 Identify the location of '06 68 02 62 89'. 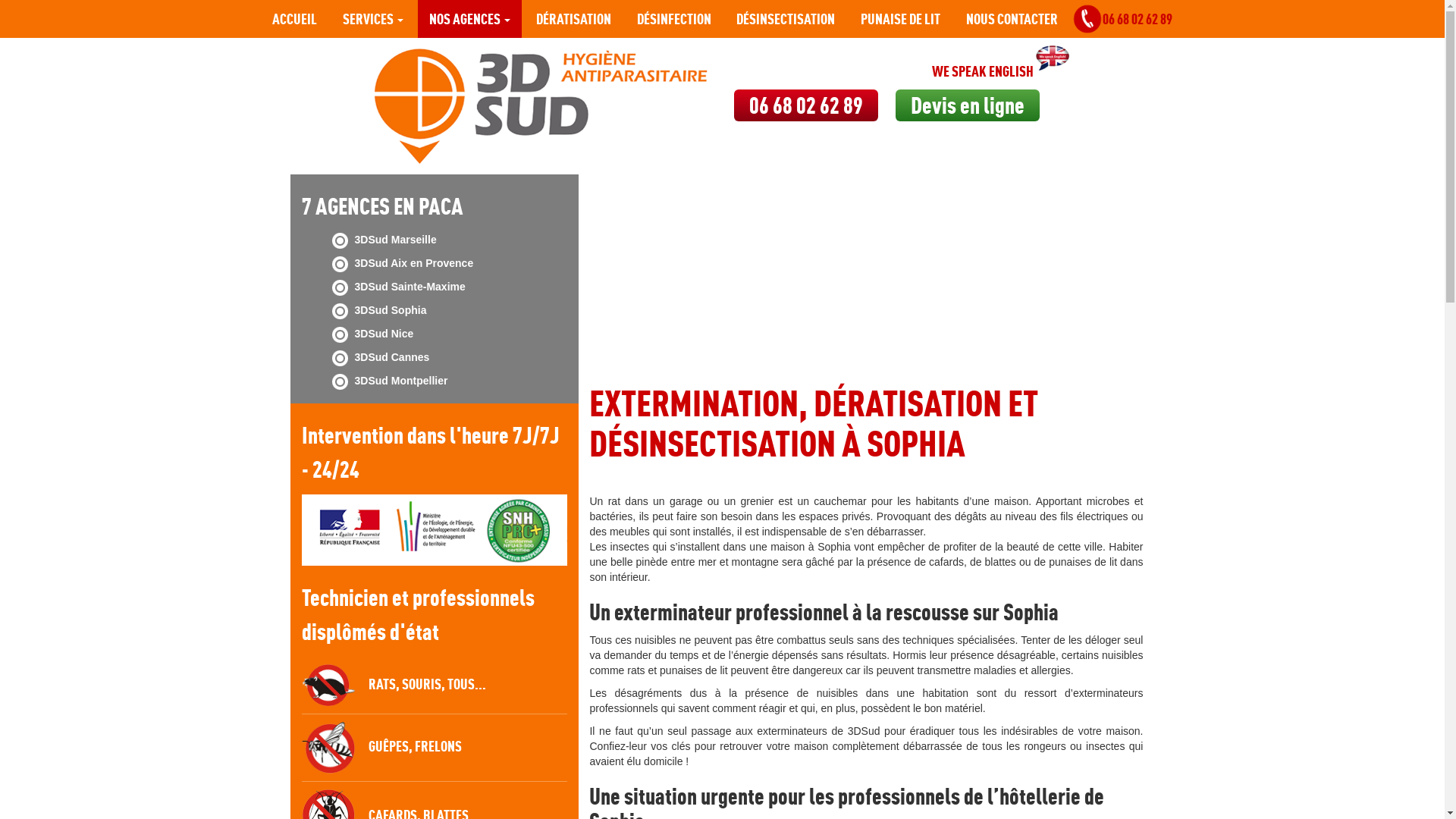
(1128, 18).